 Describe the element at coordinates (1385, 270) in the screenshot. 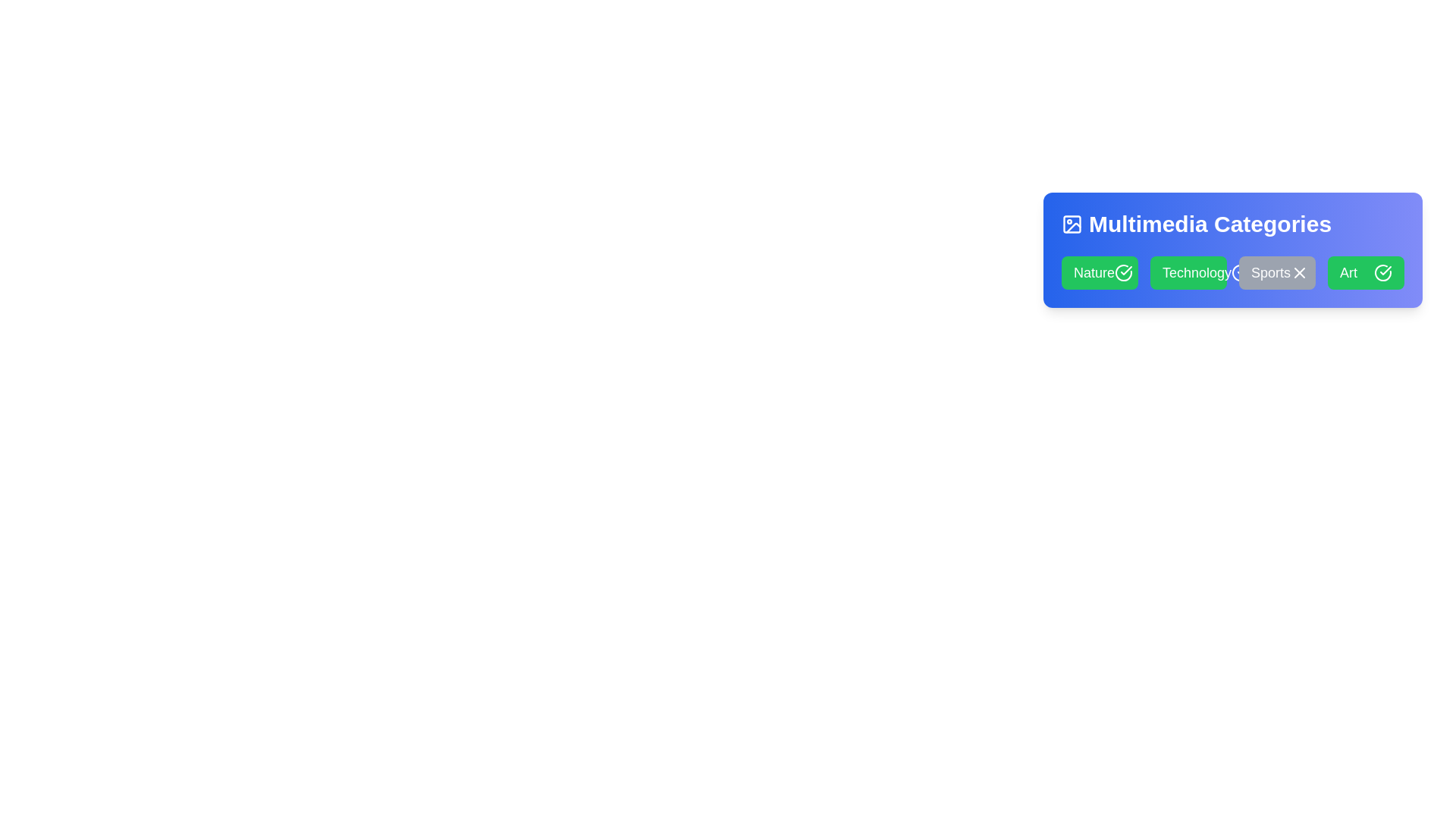

I see `the checkmark icon within the circular SVG graphic located to the left of the 'Nature' text label in the category tags` at that location.